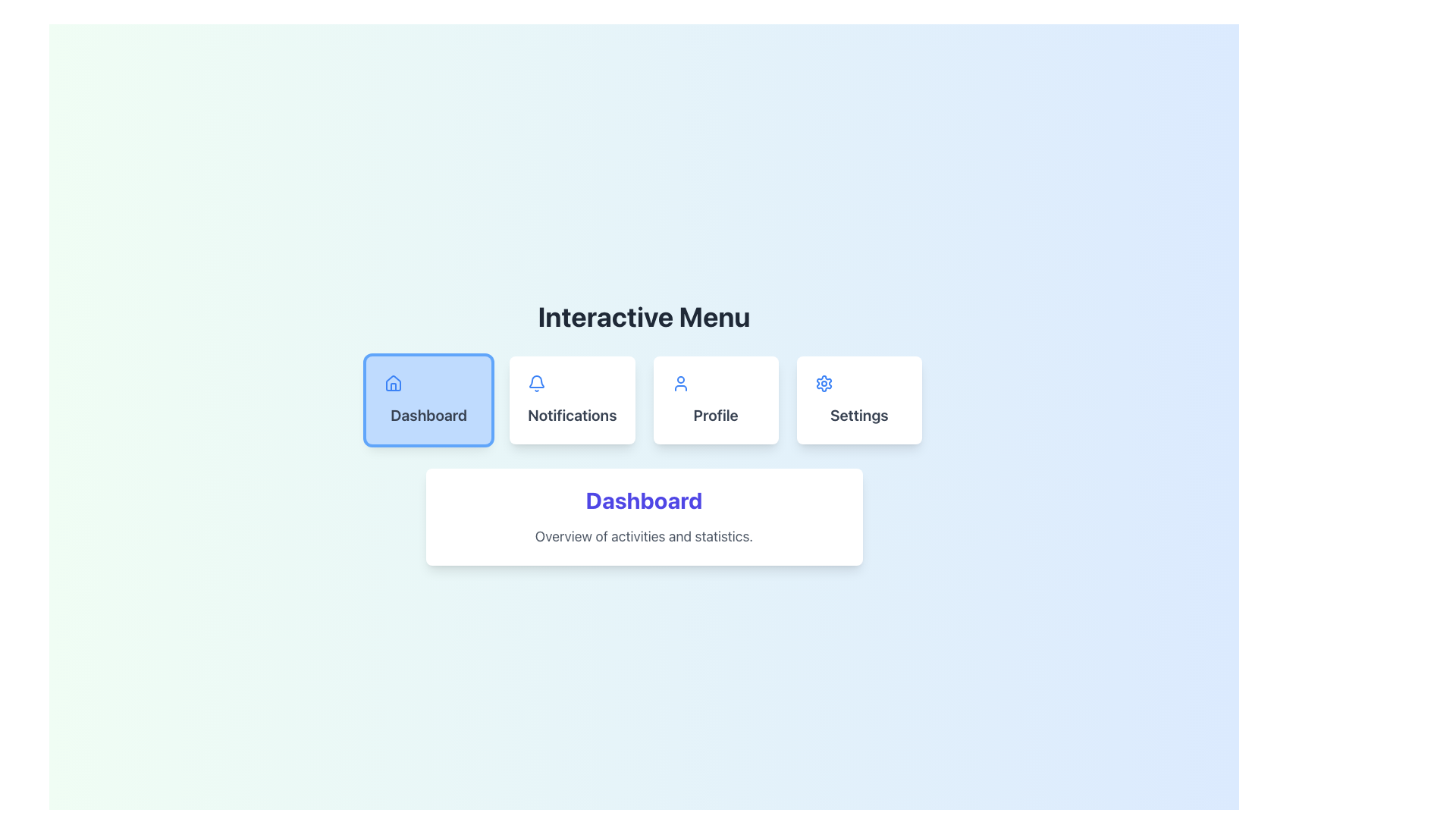 The width and height of the screenshot is (1456, 819). Describe the element at coordinates (715, 400) in the screenshot. I see `the 'Profile' button, which is the third card from the left in a row of four cards` at that location.